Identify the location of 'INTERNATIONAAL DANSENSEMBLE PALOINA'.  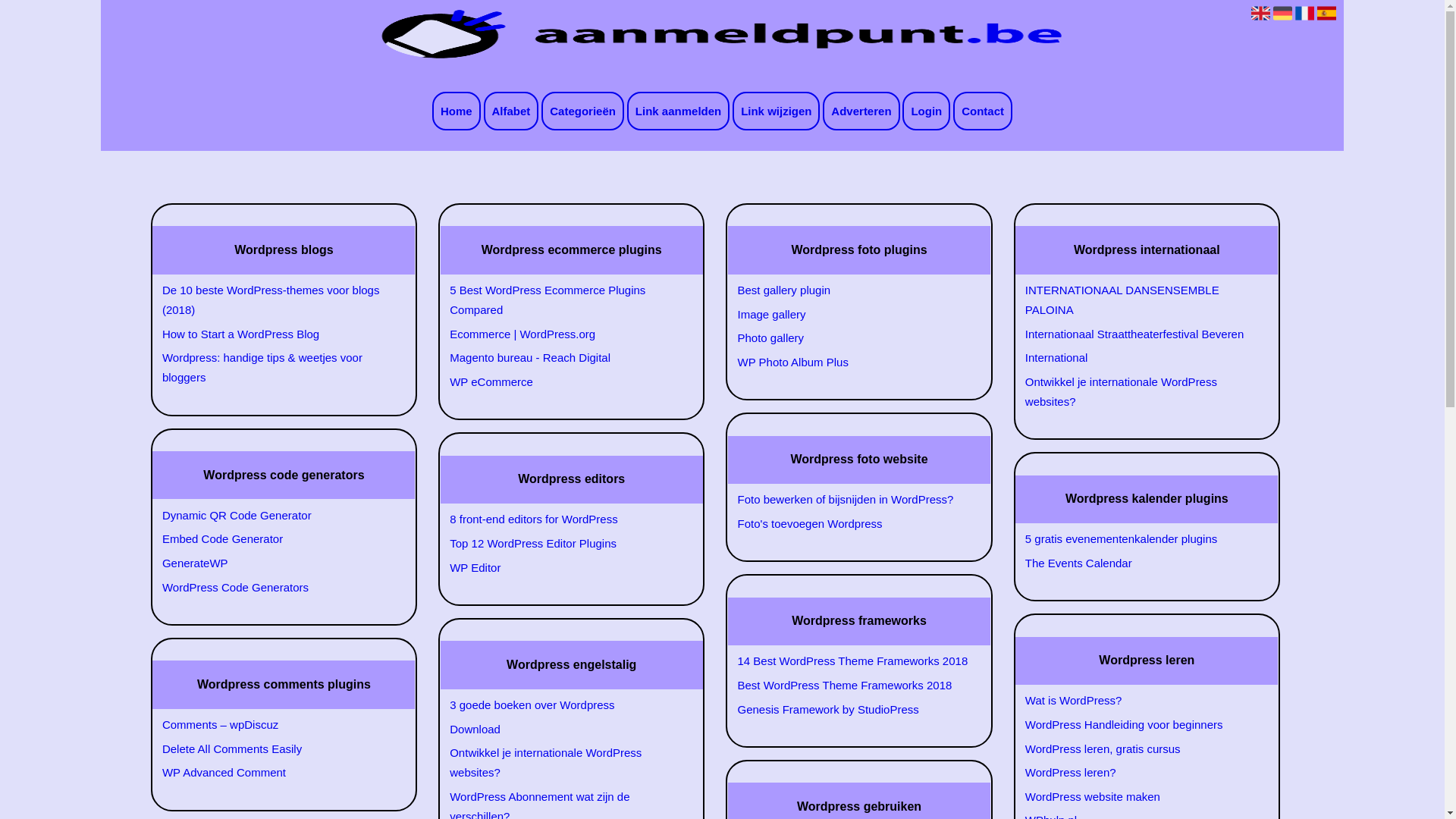
(1138, 300).